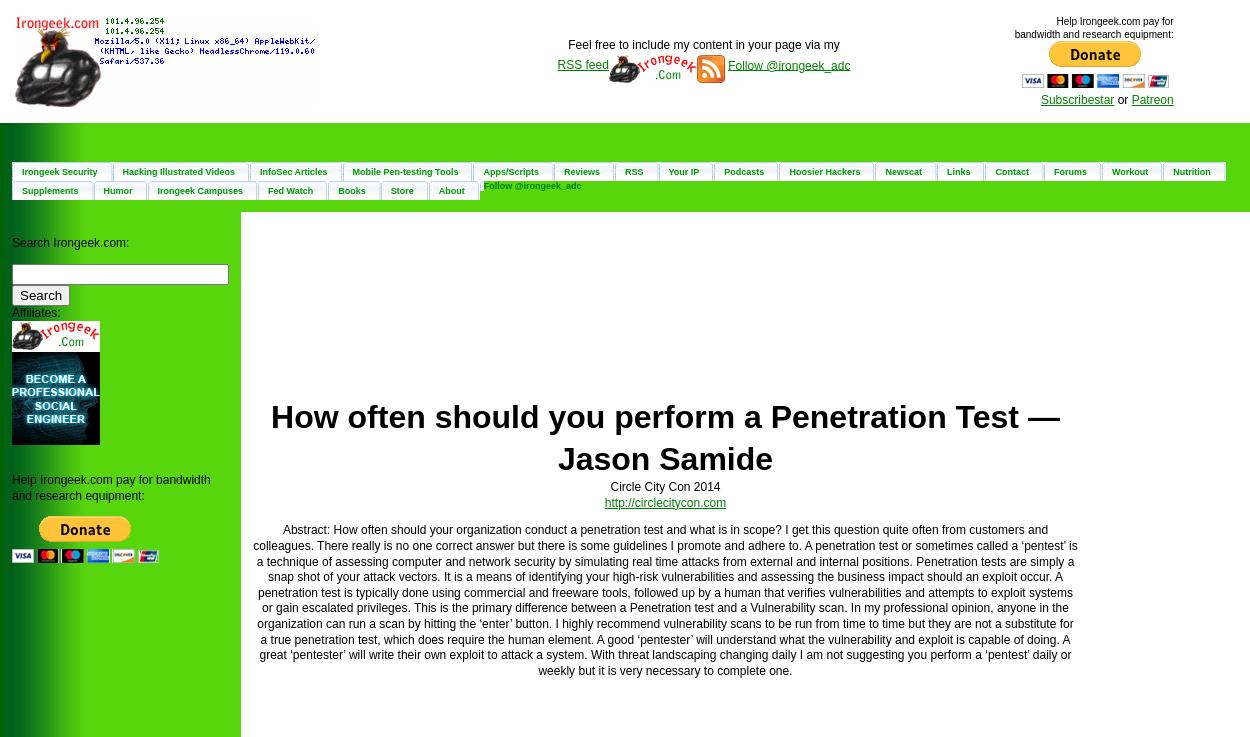 This screenshot has width=1250, height=737. Describe the element at coordinates (69, 242) in the screenshot. I see `'Search Irongeek.com:'` at that location.